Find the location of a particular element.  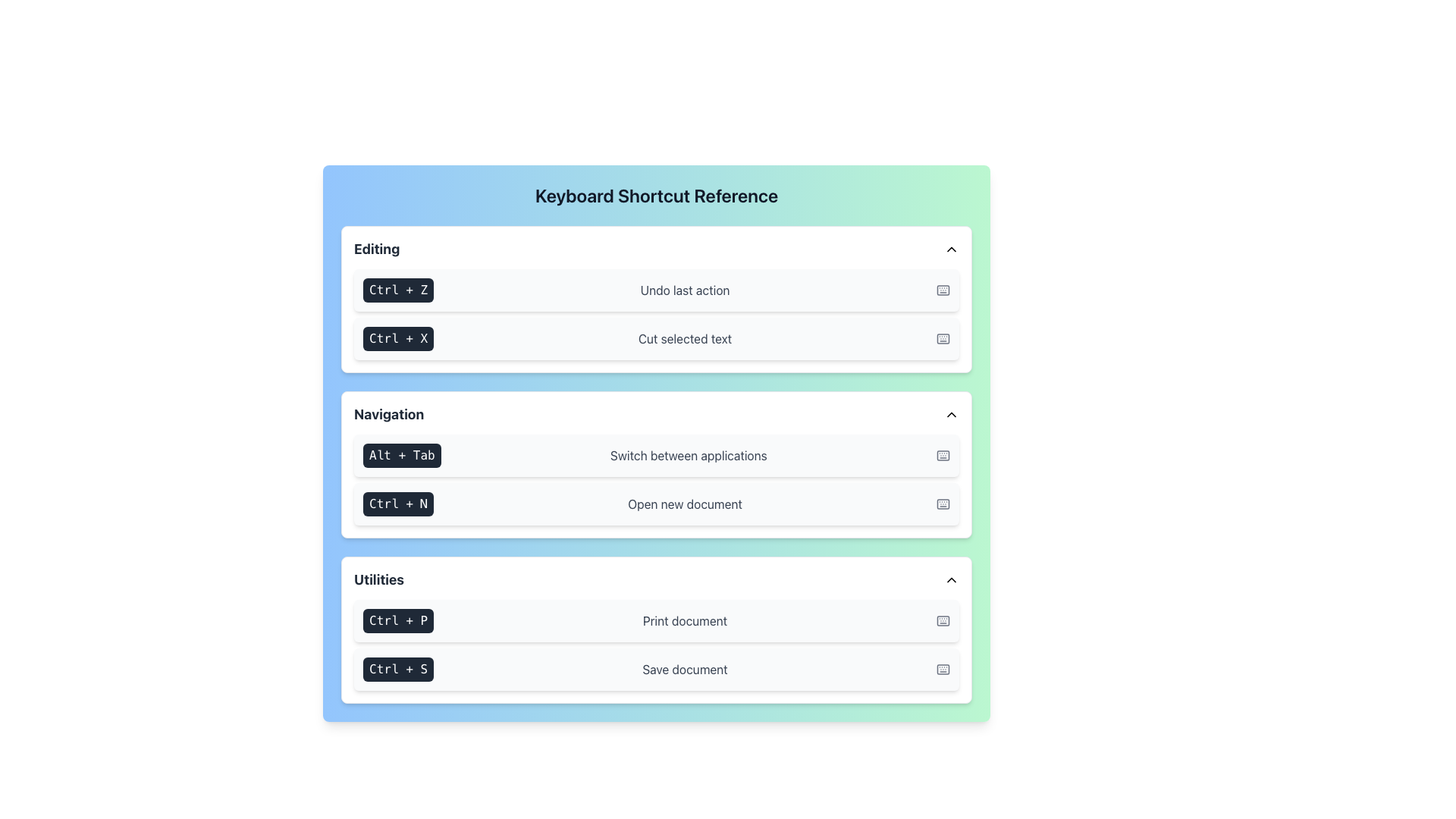

the static text displaying 'Switch between applications', which is positioned to the right of the 'Alt + Tab' button in the 'Navigation' section of the interface is located at coordinates (688, 455).